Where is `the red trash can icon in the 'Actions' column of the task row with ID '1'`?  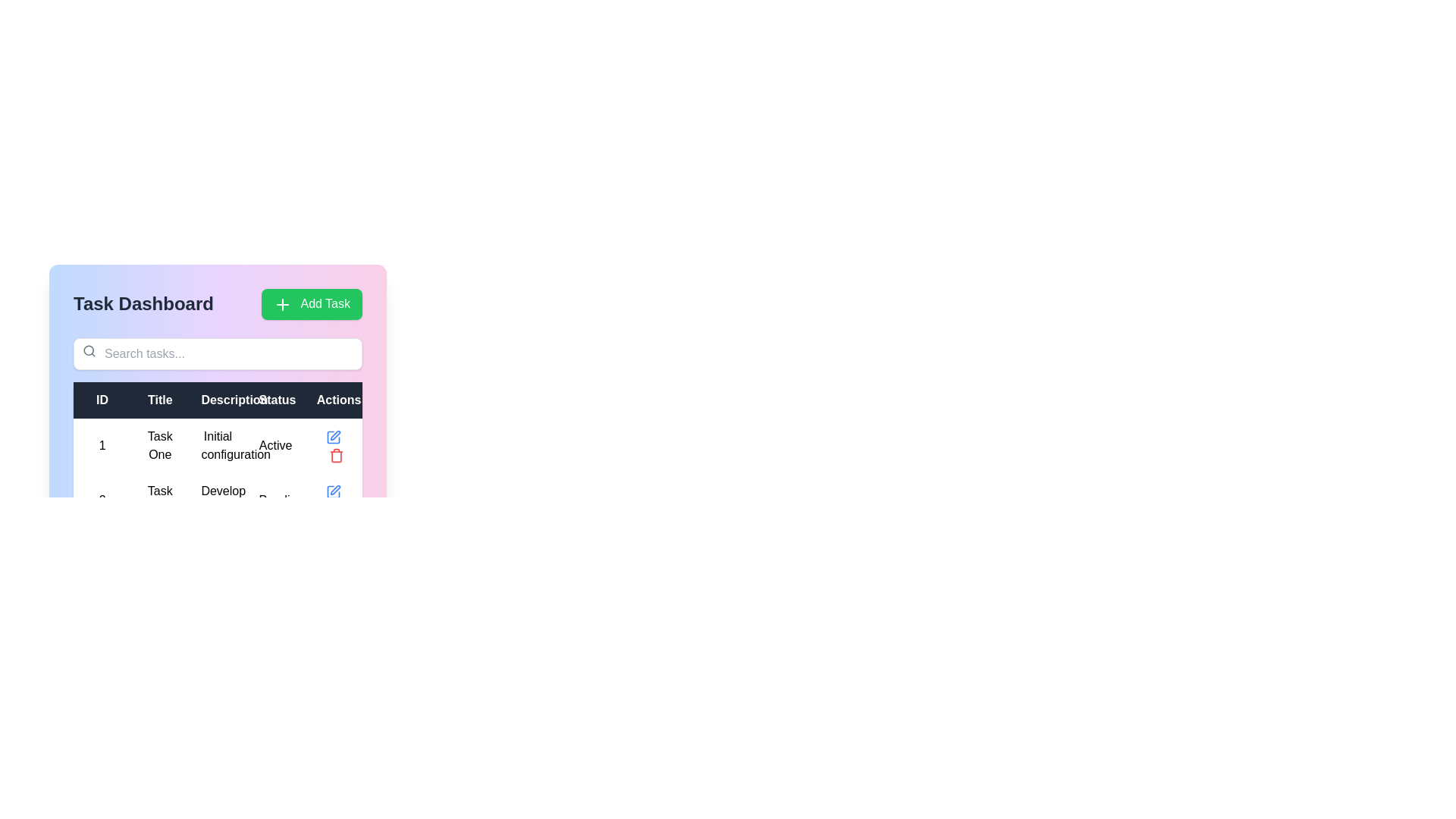
the red trash can icon in the 'Actions' column of the task row with ID '1' is located at coordinates (335, 453).